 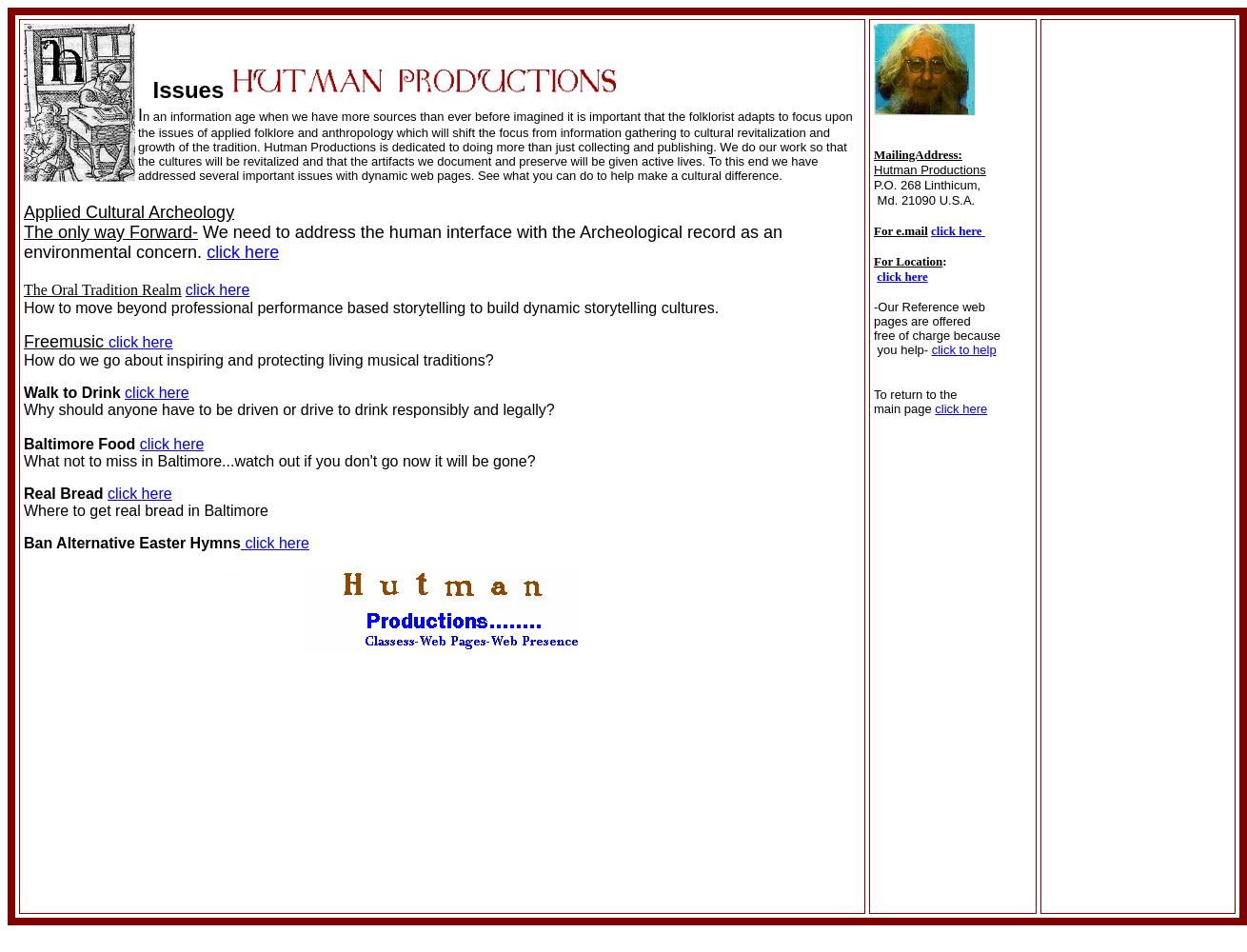 What do you see at coordinates (24, 409) in the screenshot?
I see `'Why should anyone have to be driven or drive to drink responsibly and 
      legally?'` at bounding box center [24, 409].